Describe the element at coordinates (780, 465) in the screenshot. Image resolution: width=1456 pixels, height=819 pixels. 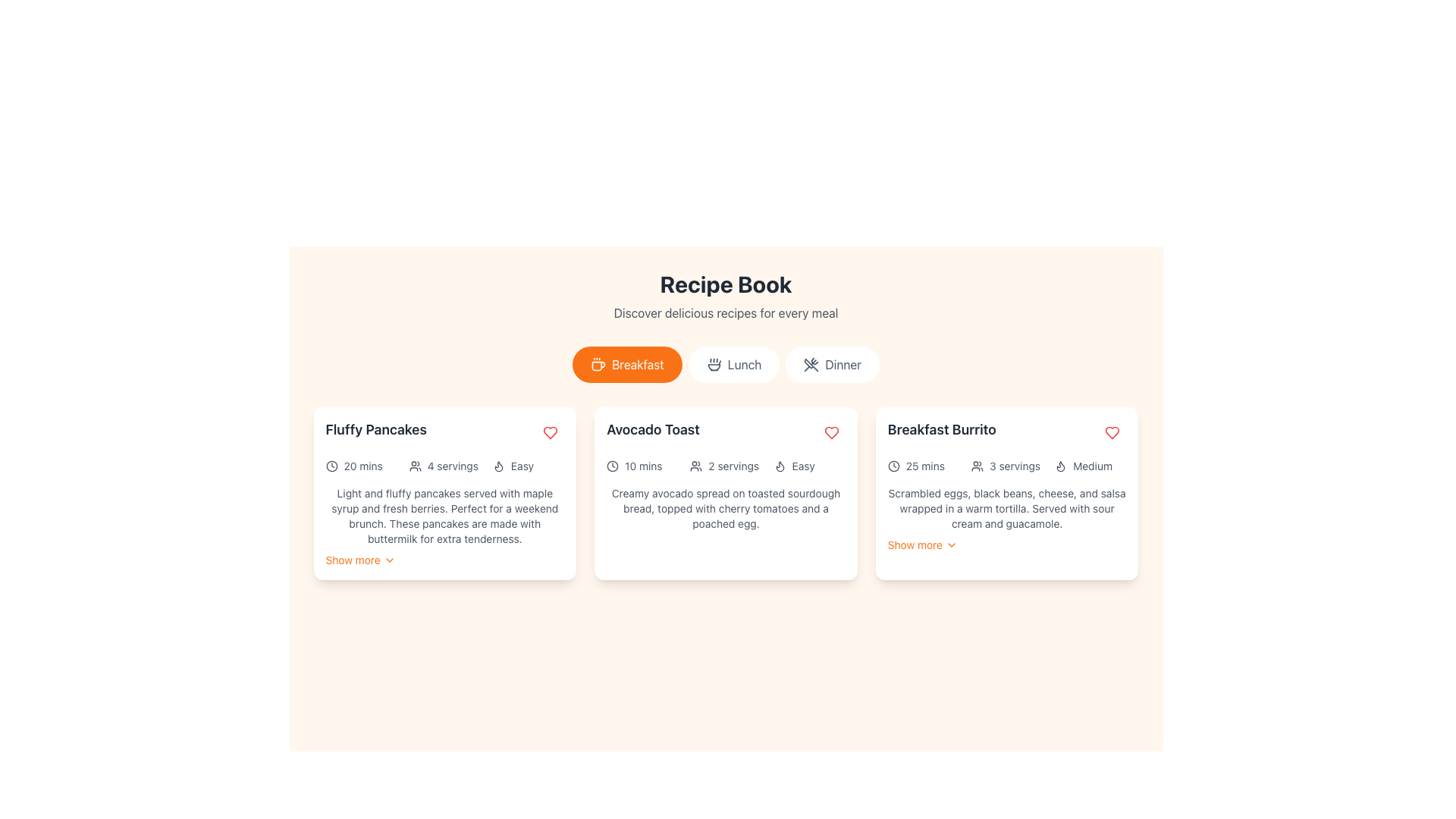
I see `the flame-shaped icon outlined in dark gray, located to the left of the 'Easy' text within the 'Avocado Toast' card` at that location.